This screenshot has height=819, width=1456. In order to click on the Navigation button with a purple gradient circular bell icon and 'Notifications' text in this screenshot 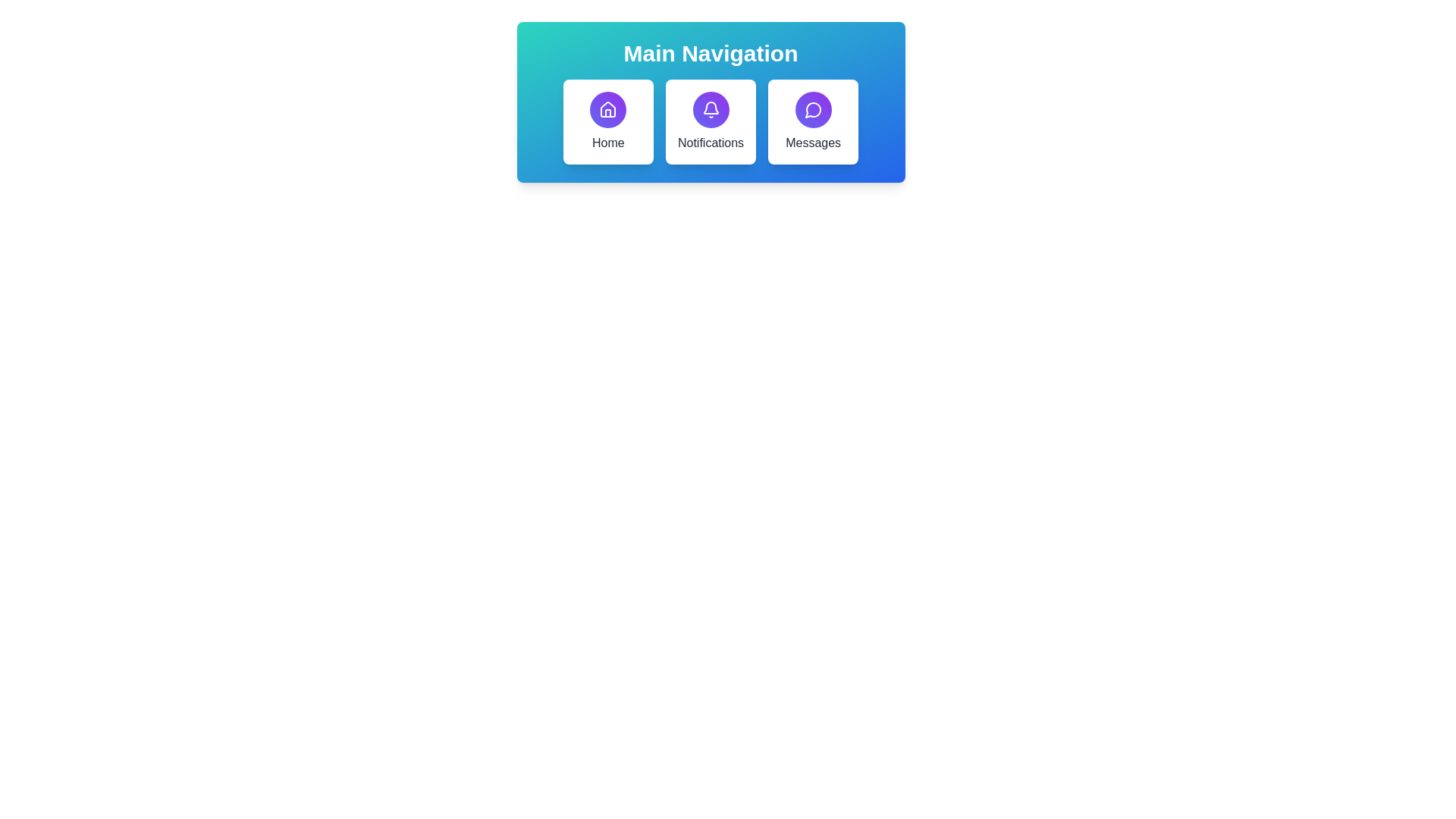, I will do `click(710, 121)`.